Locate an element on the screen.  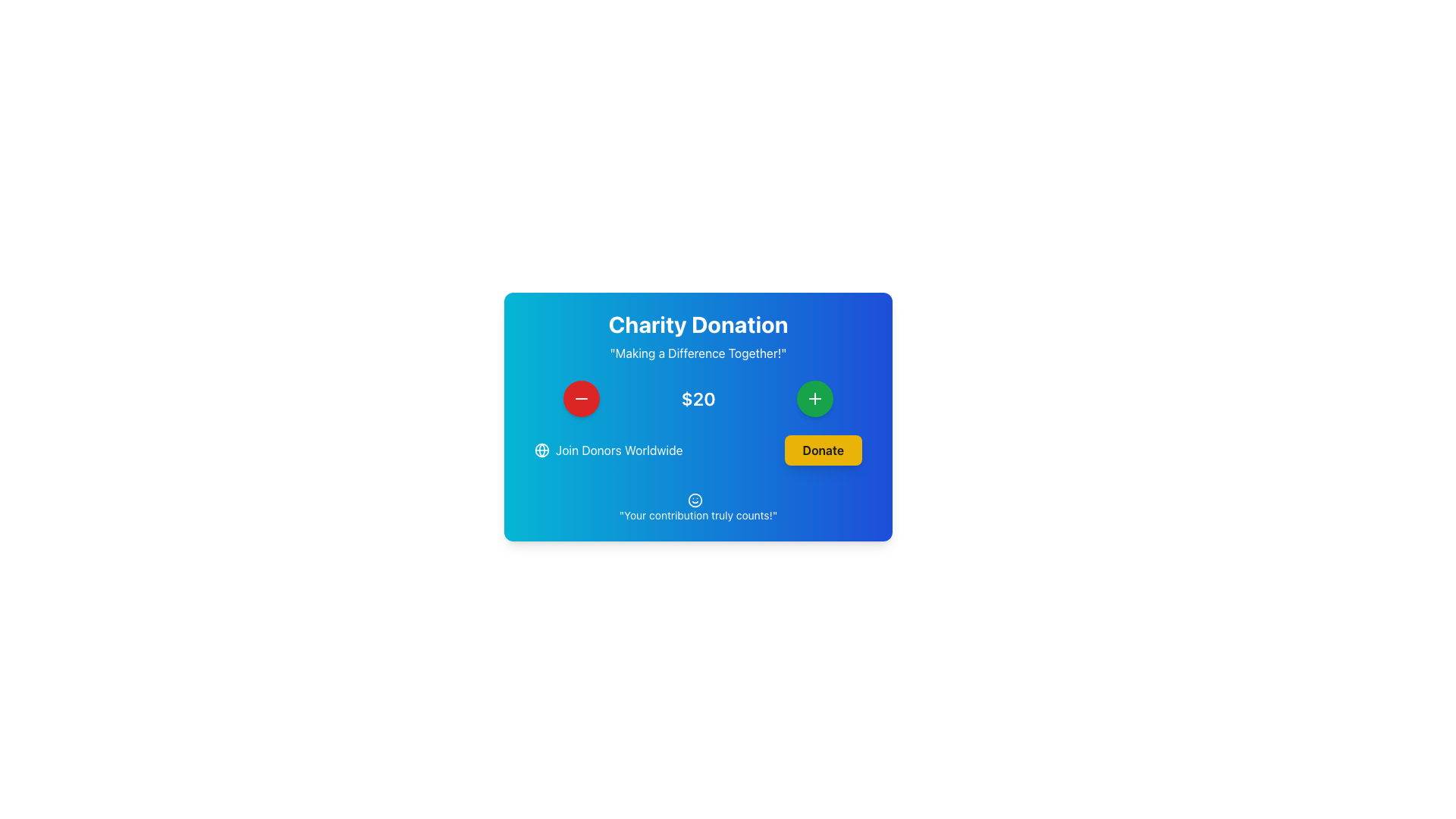
the decrement button located to the left of the '$20' value is located at coordinates (580, 397).